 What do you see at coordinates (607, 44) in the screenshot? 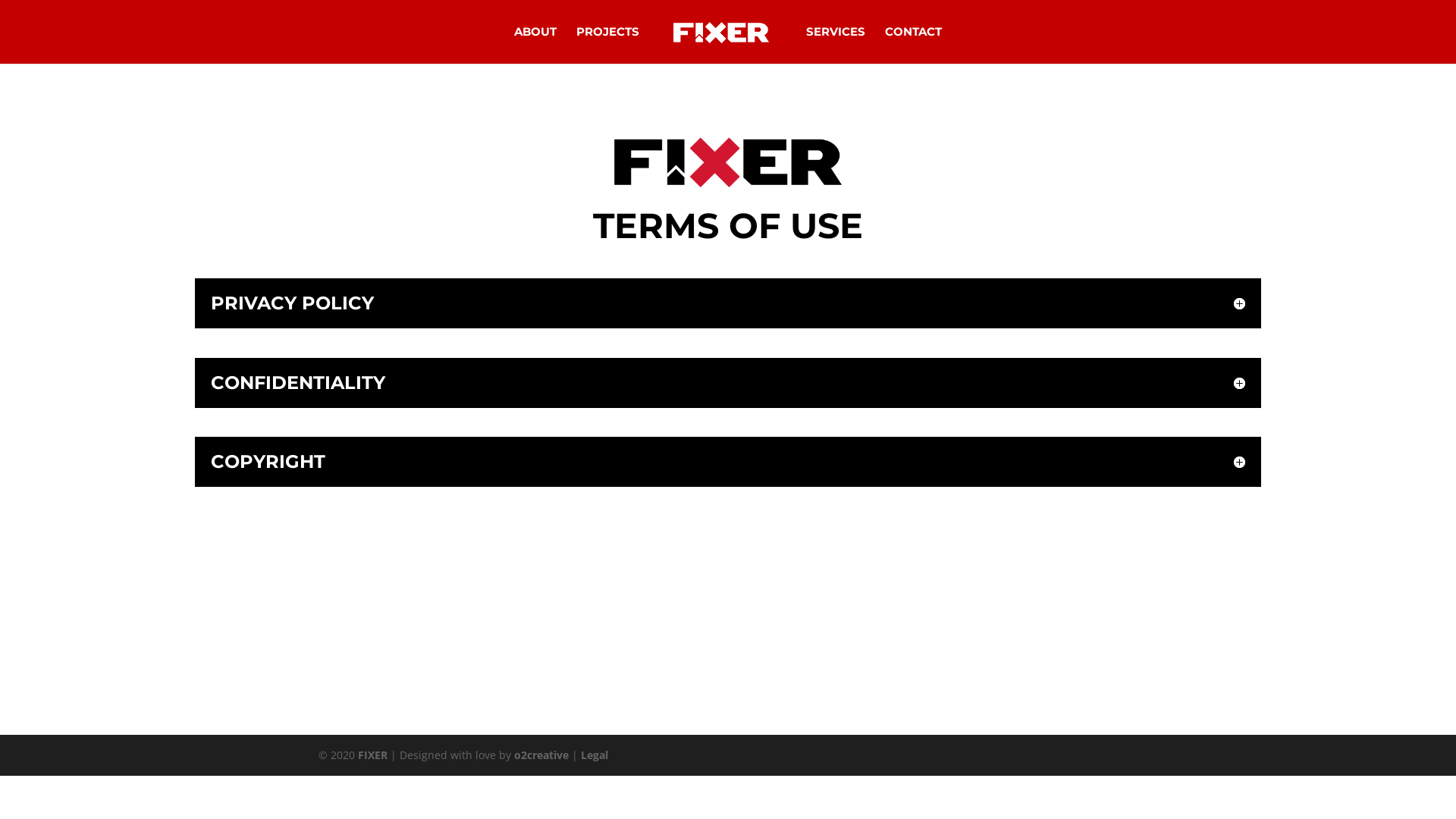
I see `'PROJECTS'` at bounding box center [607, 44].